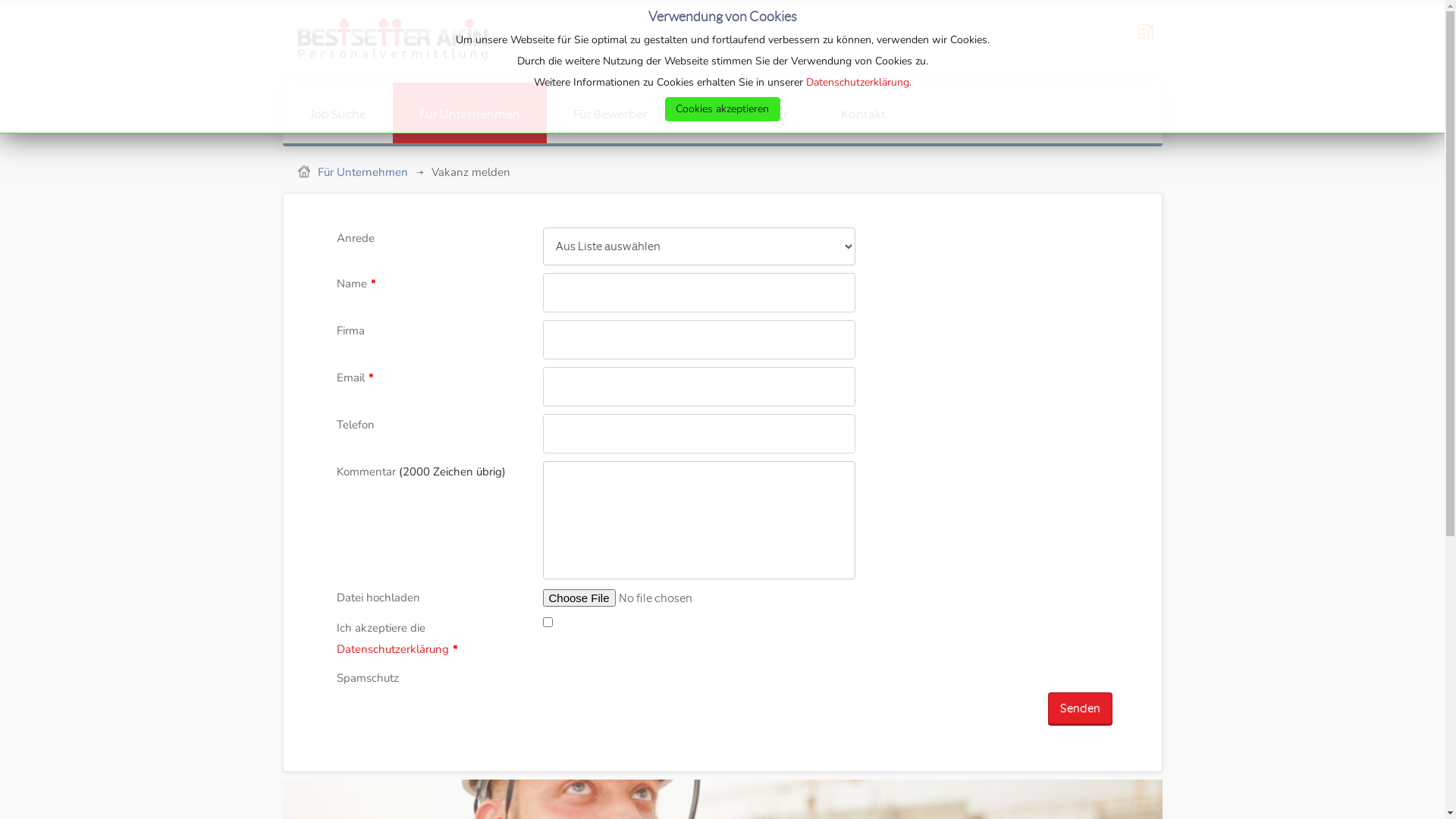 The height and width of the screenshot is (819, 1456). Describe the element at coordinates (1146, 40) in the screenshot. I see `'RSS Feed'` at that location.